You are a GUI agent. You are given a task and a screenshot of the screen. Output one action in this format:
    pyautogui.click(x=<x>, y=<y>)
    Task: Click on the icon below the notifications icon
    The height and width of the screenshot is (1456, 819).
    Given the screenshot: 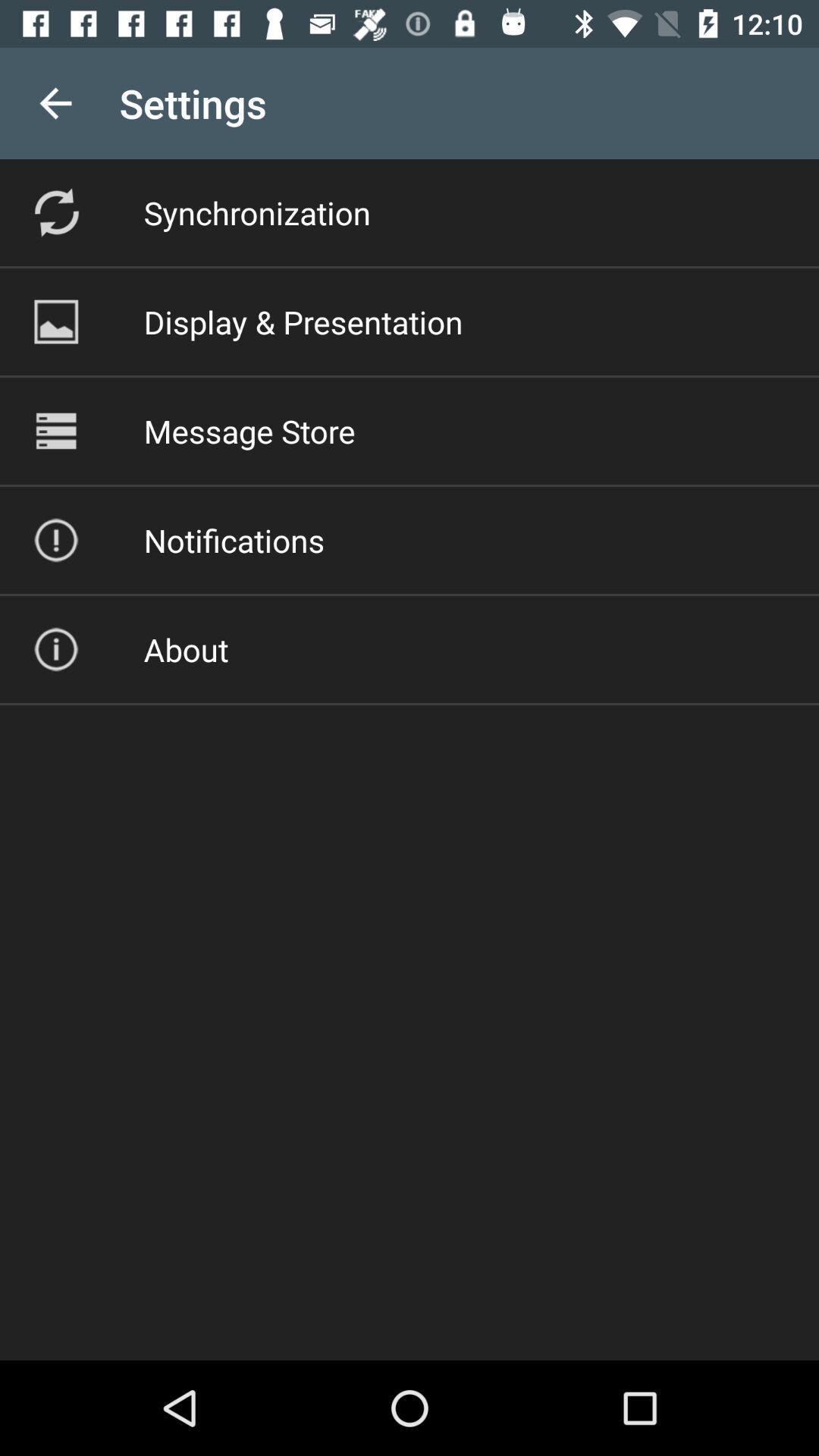 What is the action you would take?
    pyautogui.click(x=185, y=649)
    